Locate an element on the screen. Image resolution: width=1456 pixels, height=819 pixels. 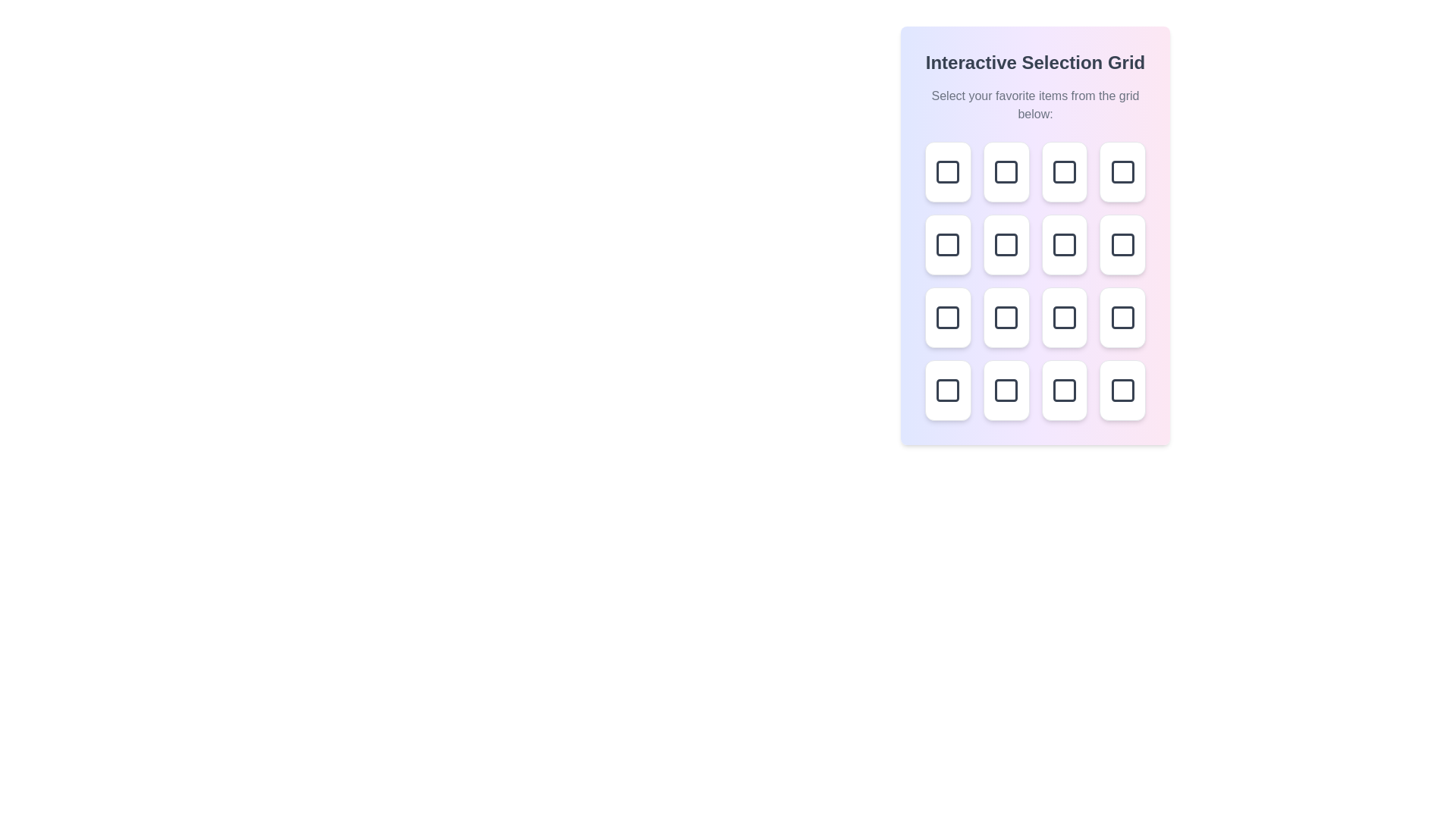
the graphical non-interactive SVG rectangle component located in the third row and second column of the grid is located at coordinates (1063, 244).